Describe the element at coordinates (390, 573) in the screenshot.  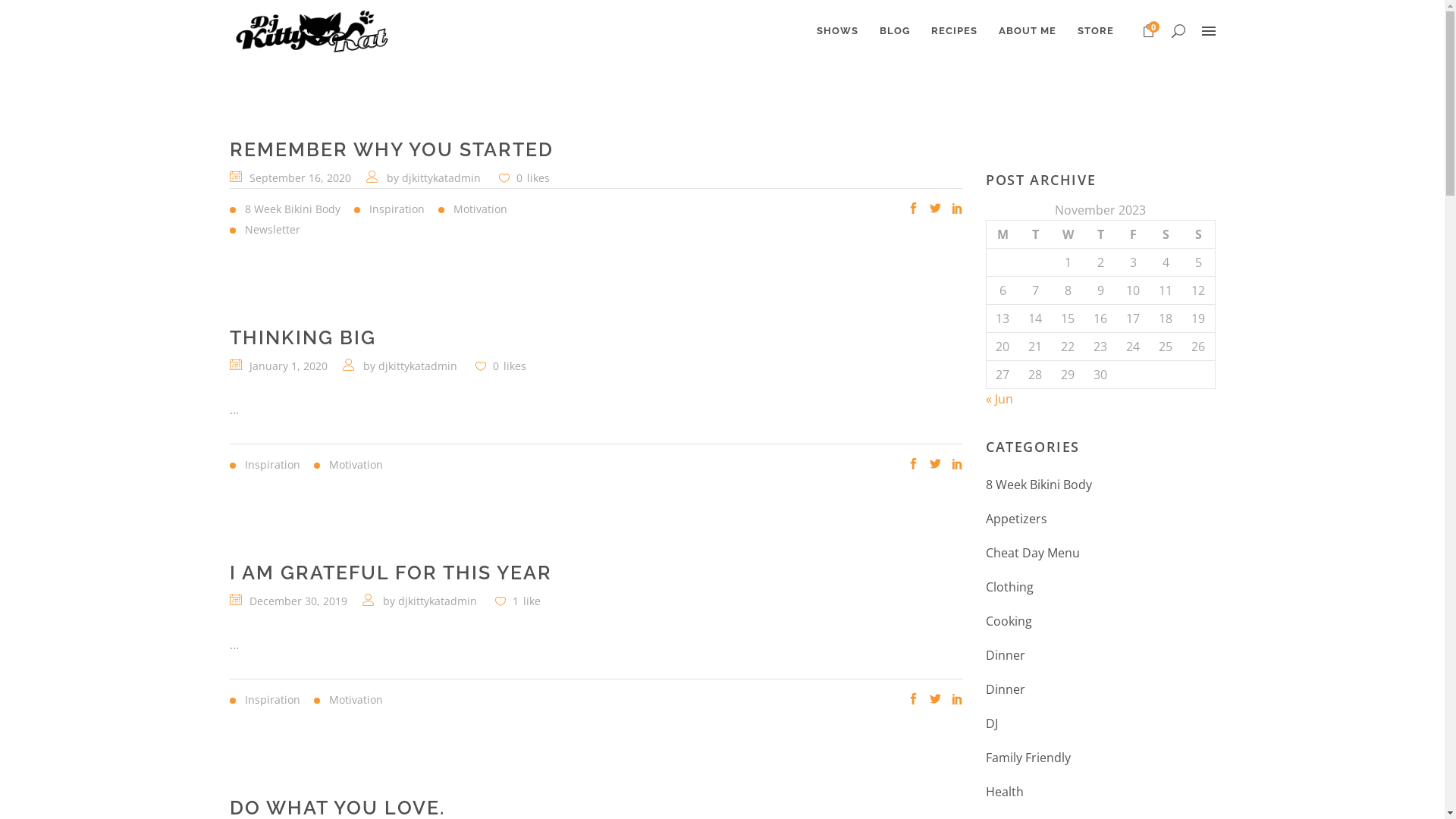
I see `'I AM GRATEFUL FOR THIS YEAR'` at that location.